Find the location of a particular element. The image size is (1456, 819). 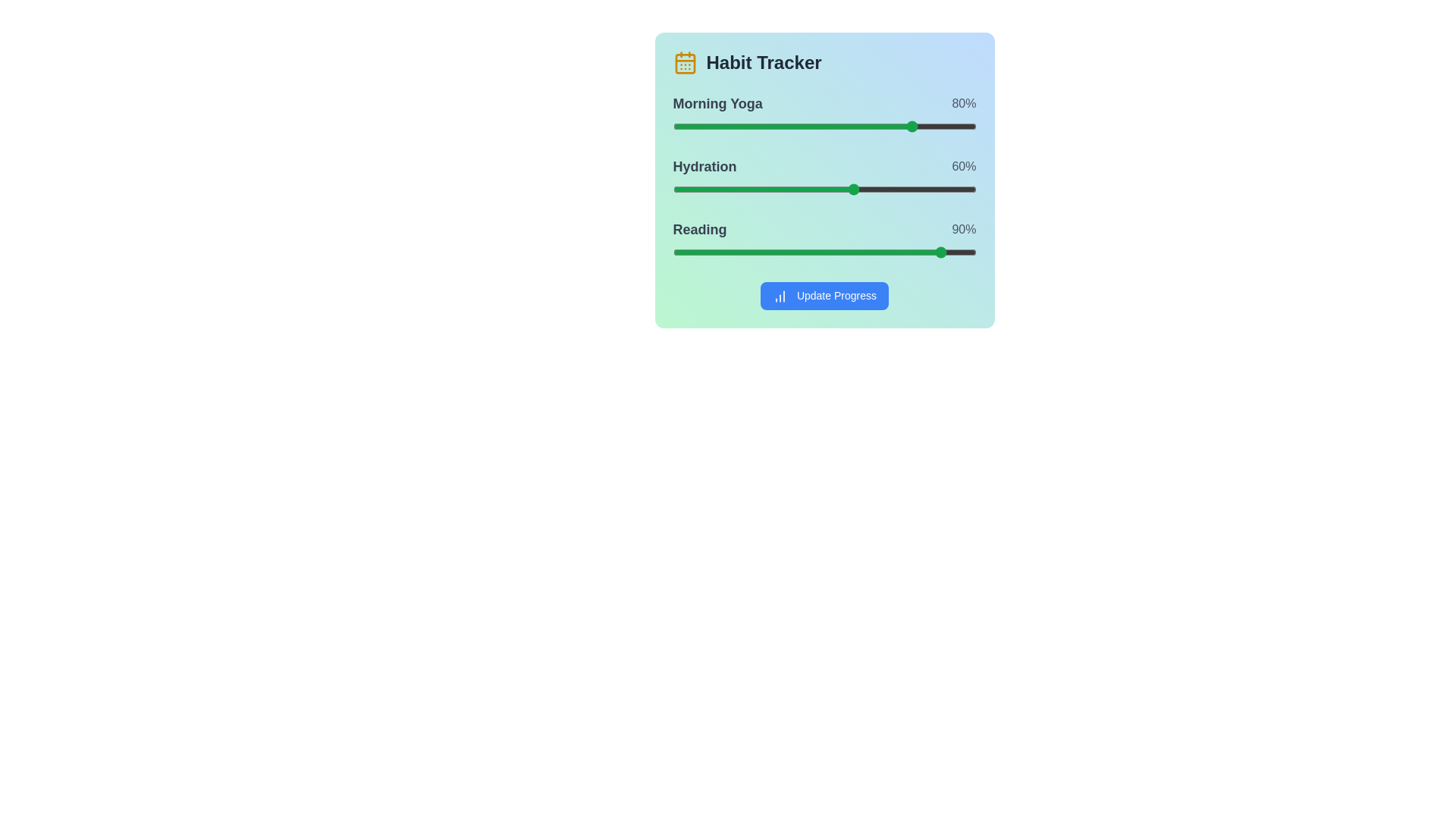

'Update Progress' button to update the habit progress is located at coordinates (824, 296).